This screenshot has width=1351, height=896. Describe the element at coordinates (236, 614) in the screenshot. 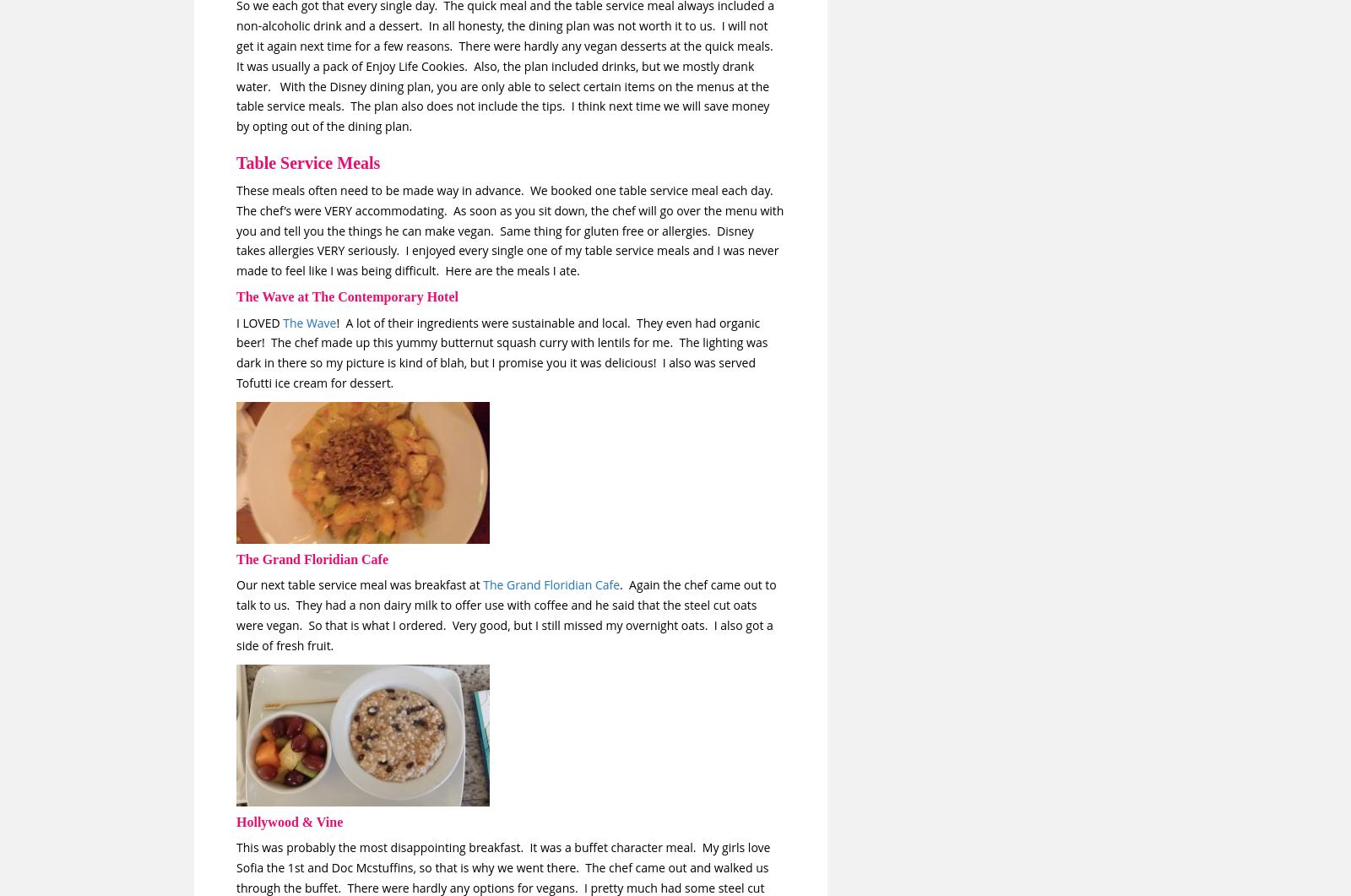

I see `'.  Again the chef came out to talk to us.  They had a non dairy milk to offer use with coffee and he said that the steel cut oats were vegan.  So that is what I ordered.  Very good, but I still missed my overnight oats.  I also got a side of fresh fruit.'` at that location.